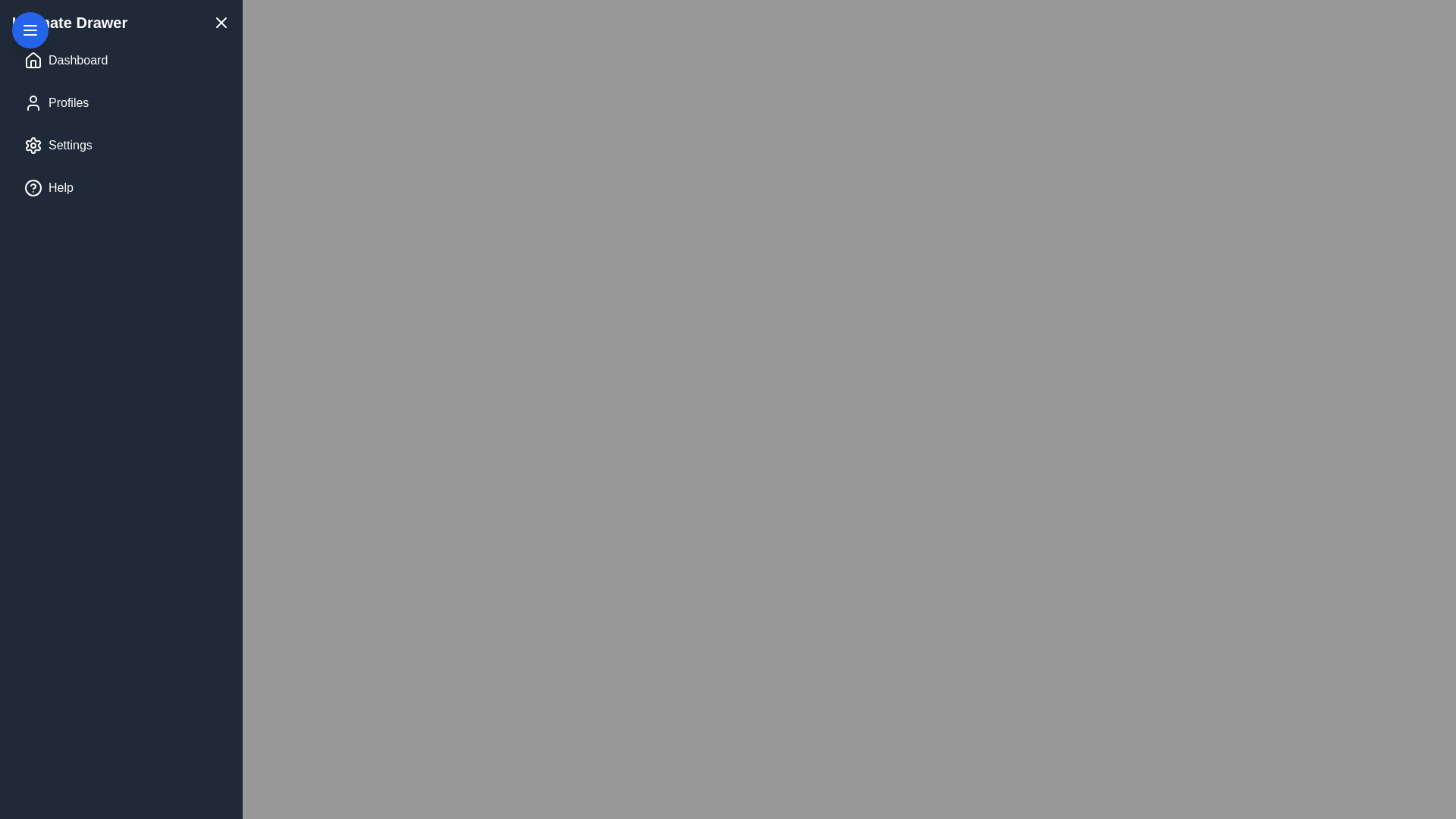  What do you see at coordinates (69, 23) in the screenshot?
I see `title text located at the top of the sidebar panel, which serves as a label for the drawer panel` at bounding box center [69, 23].